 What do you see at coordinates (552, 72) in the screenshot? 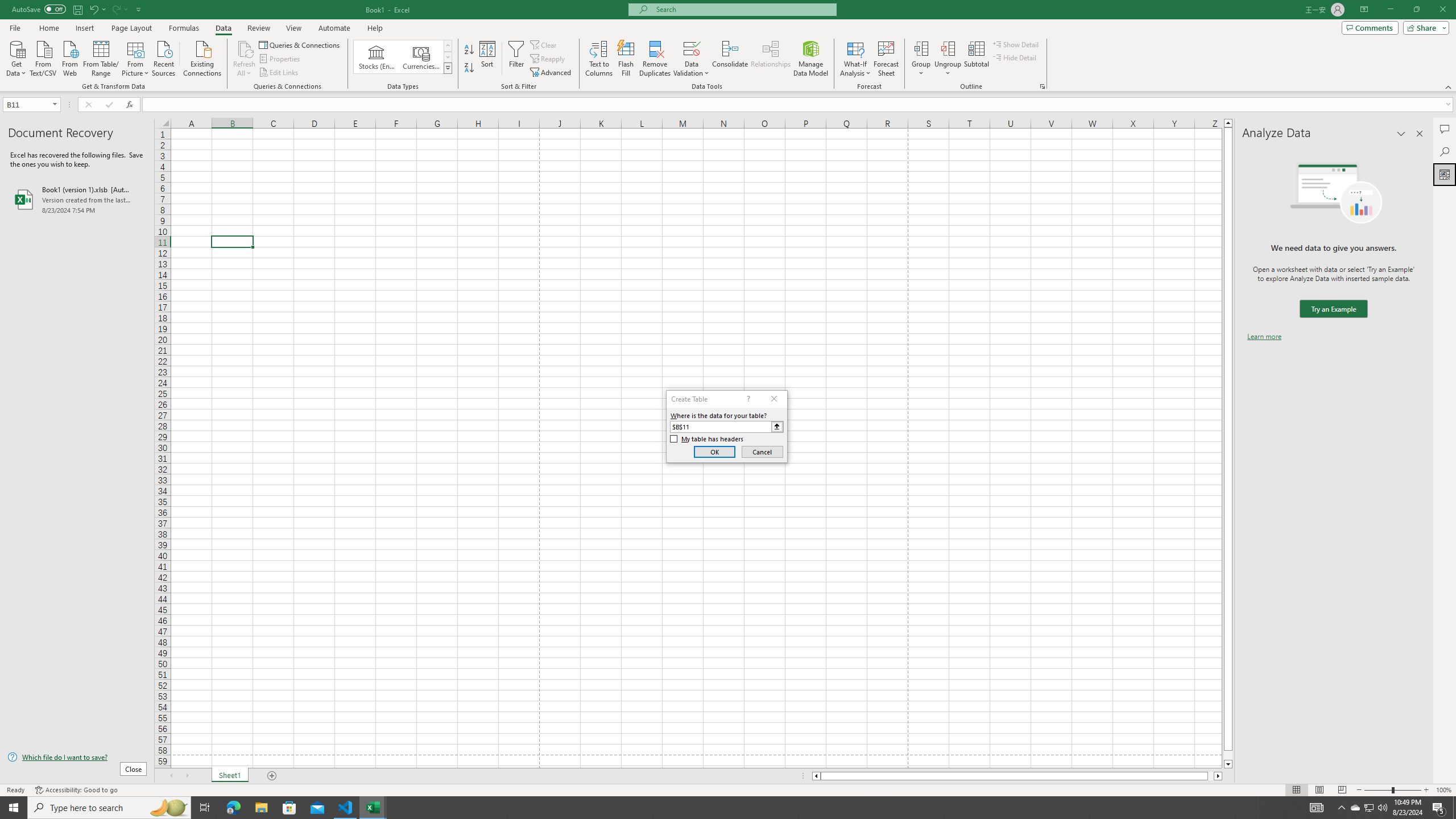
I see `'Advanced...'` at bounding box center [552, 72].